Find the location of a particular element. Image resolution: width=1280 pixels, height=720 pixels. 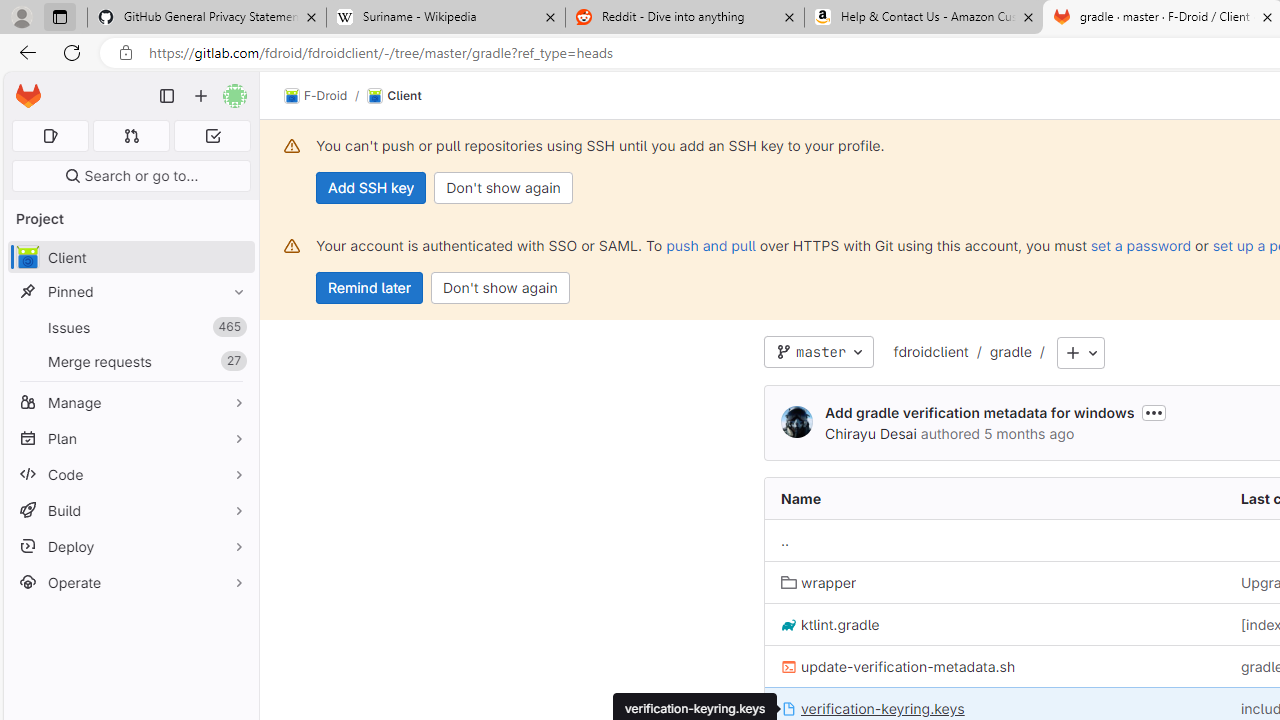

'Plan' is located at coordinates (130, 437).